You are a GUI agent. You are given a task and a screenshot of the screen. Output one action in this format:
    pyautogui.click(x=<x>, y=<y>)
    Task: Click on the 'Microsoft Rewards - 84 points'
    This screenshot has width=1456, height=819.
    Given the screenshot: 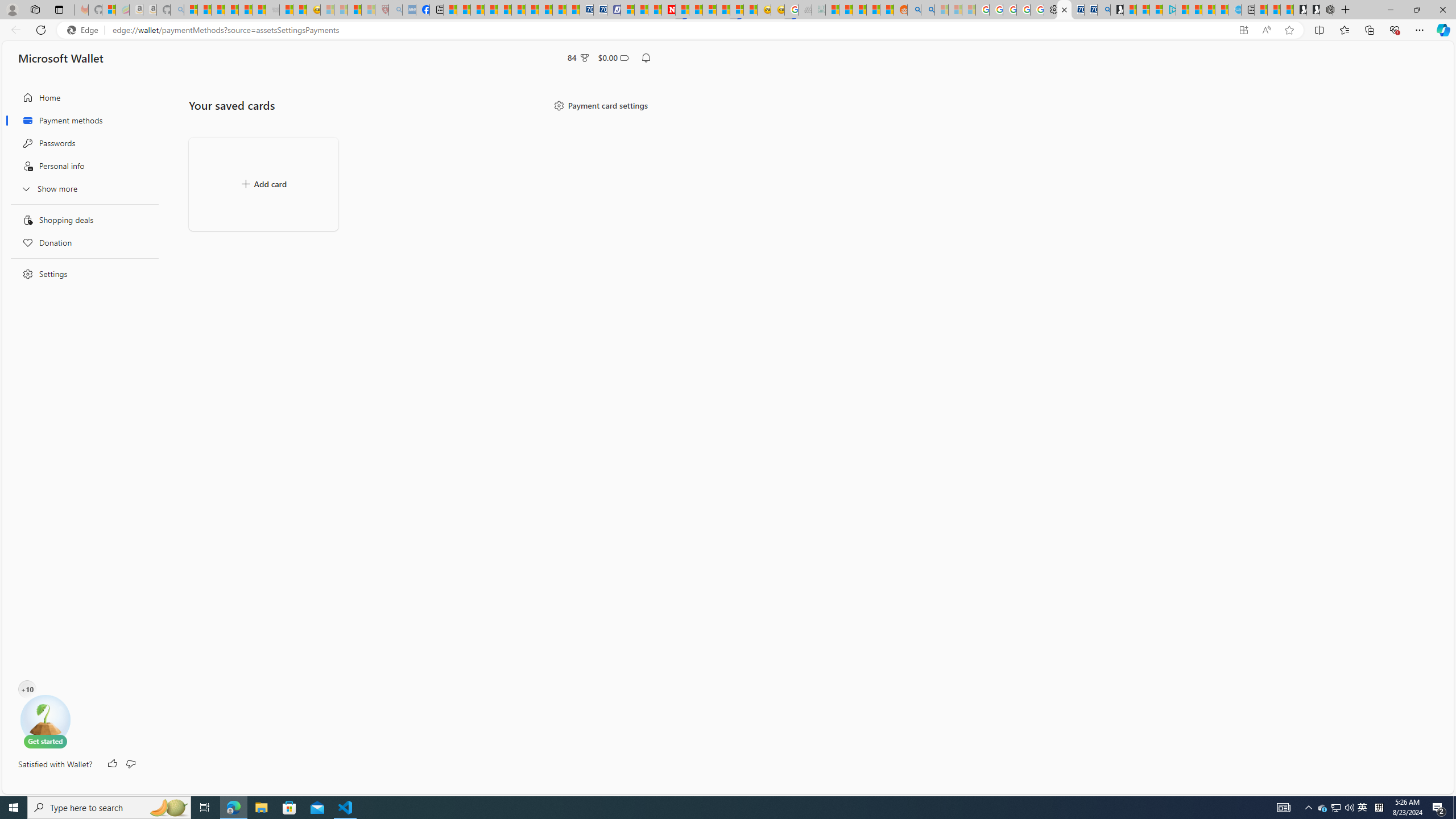 What is the action you would take?
    pyautogui.click(x=578, y=57)
    